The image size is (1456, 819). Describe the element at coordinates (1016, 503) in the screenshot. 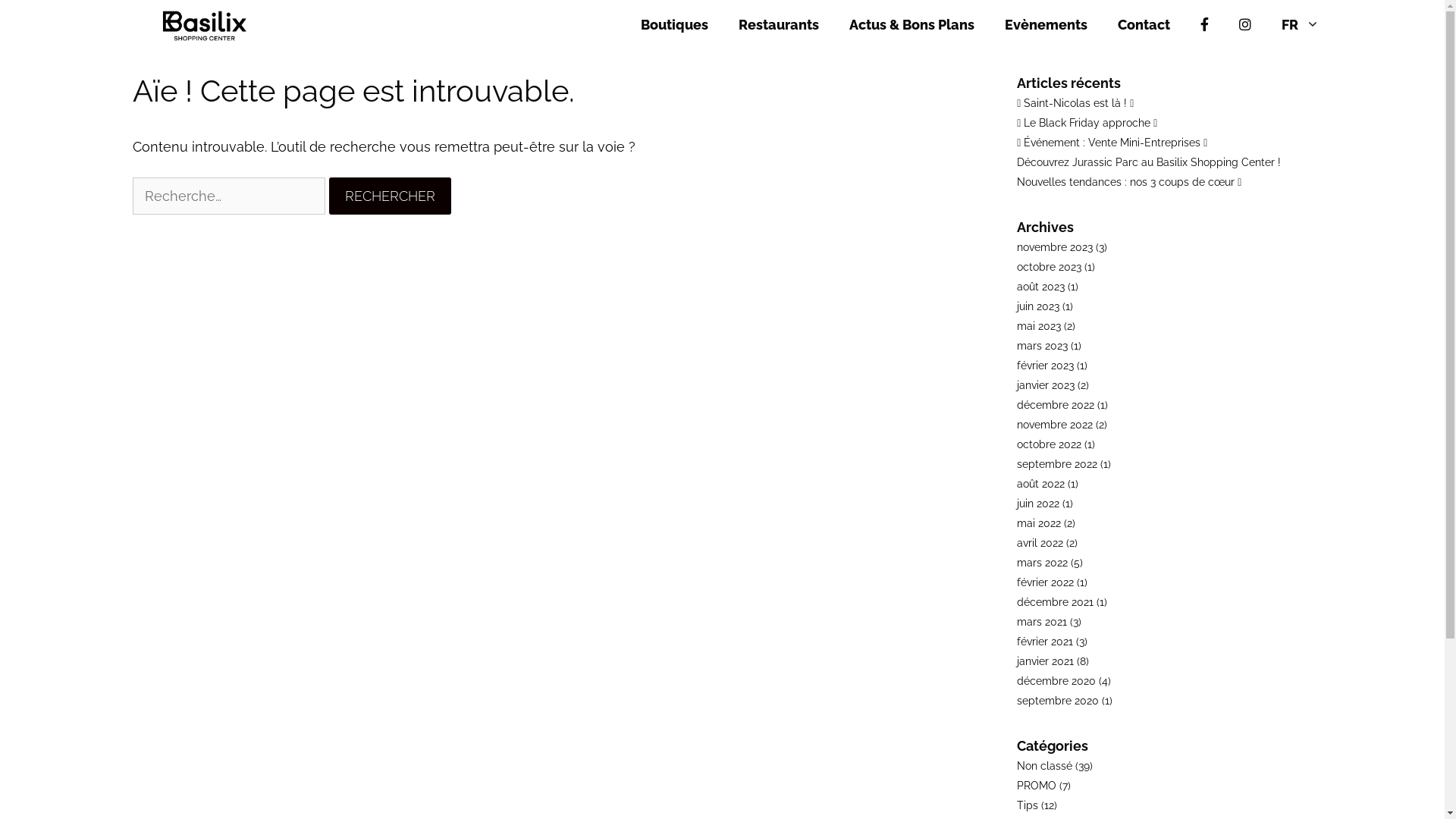

I see `'juin 2022'` at that location.